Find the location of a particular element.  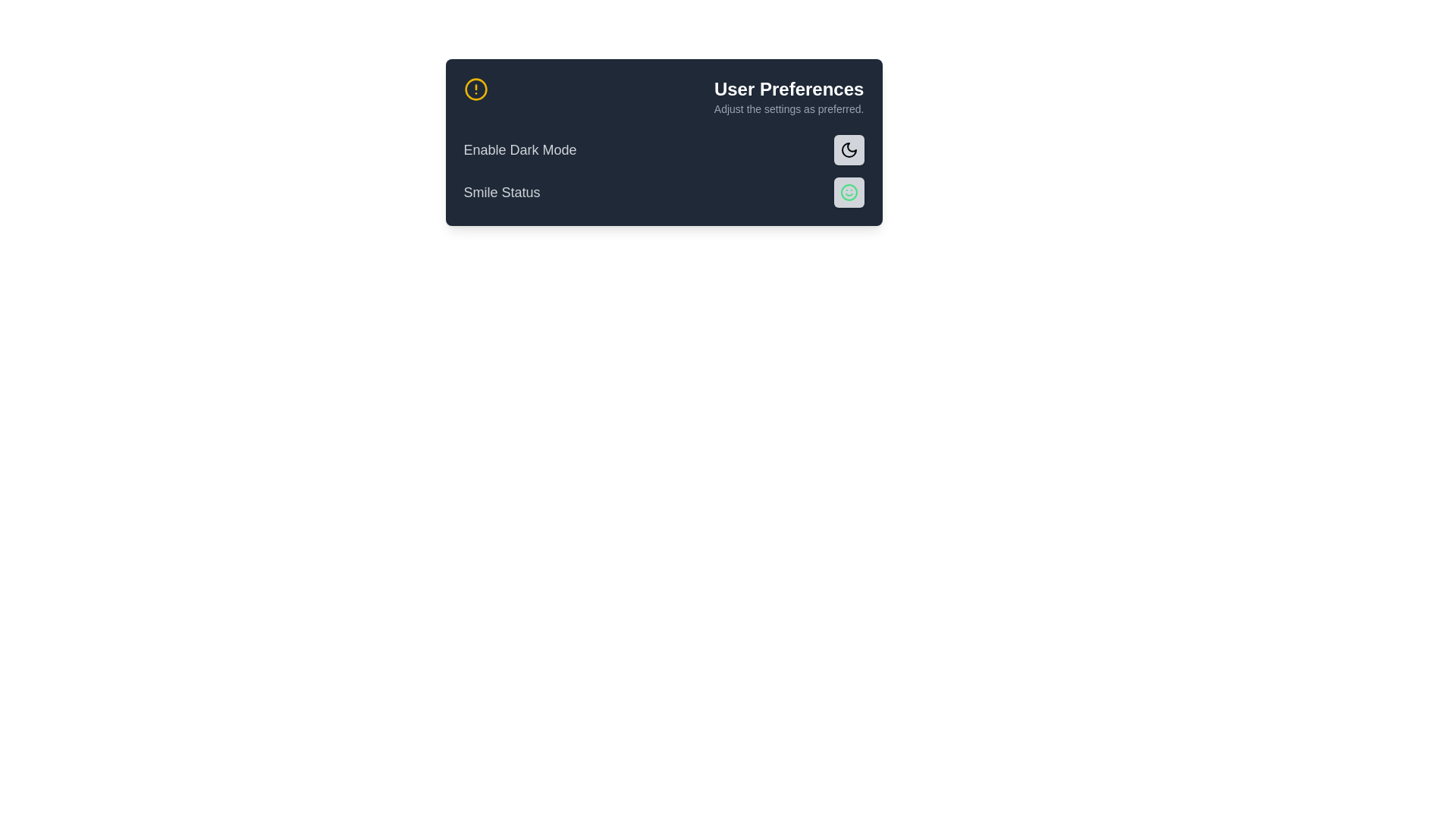

the dark mode toggle icon located in the top-right section of the modal is located at coordinates (848, 149).